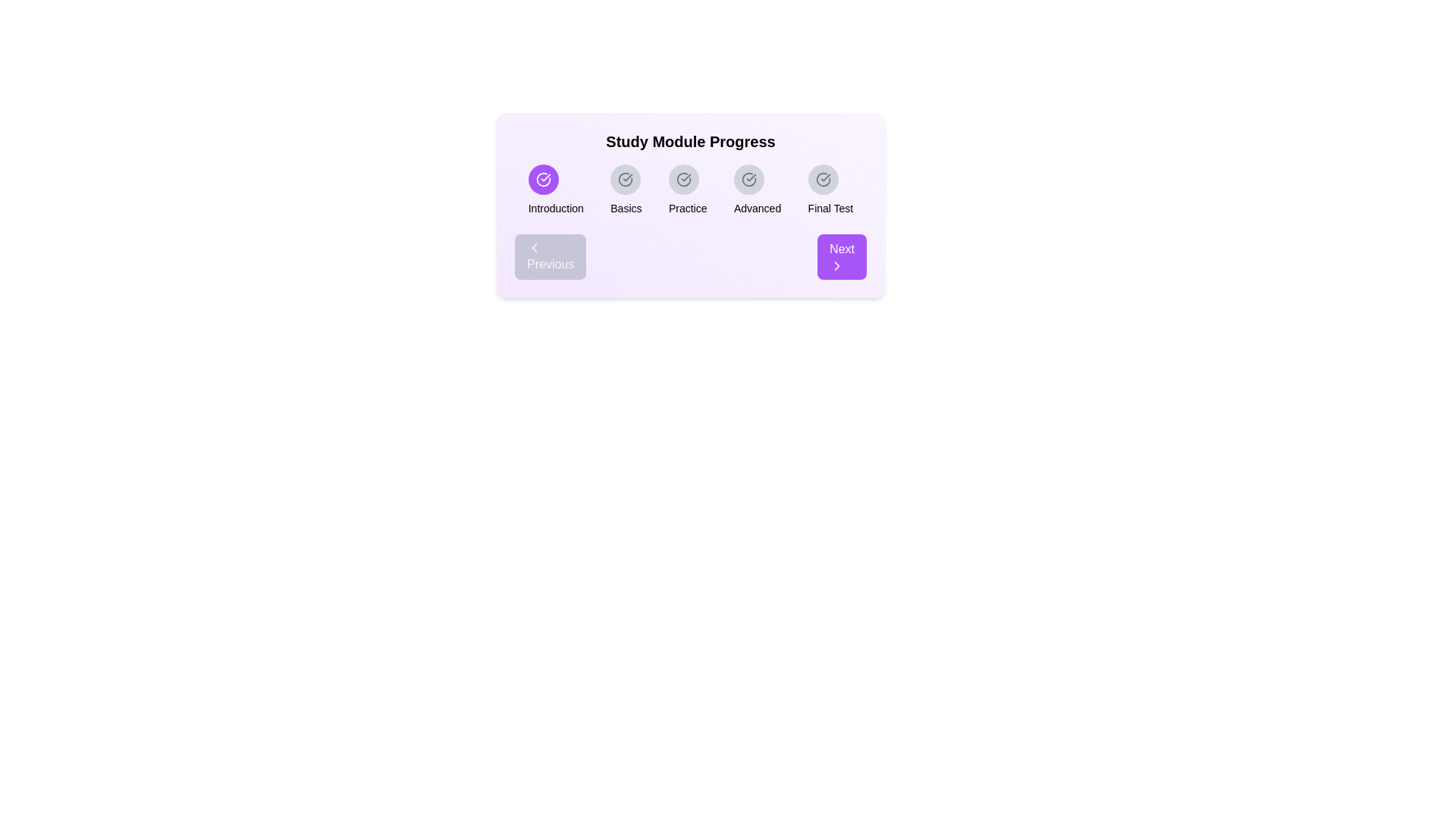 The width and height of the screenshot is (1456, 819). What do you see at coordinates (626, 178) in the screenshot?
I see `the confirmation status icon located in the second circle from the left within the 'Basics' section of the interface` at bounding box center [626, 178].